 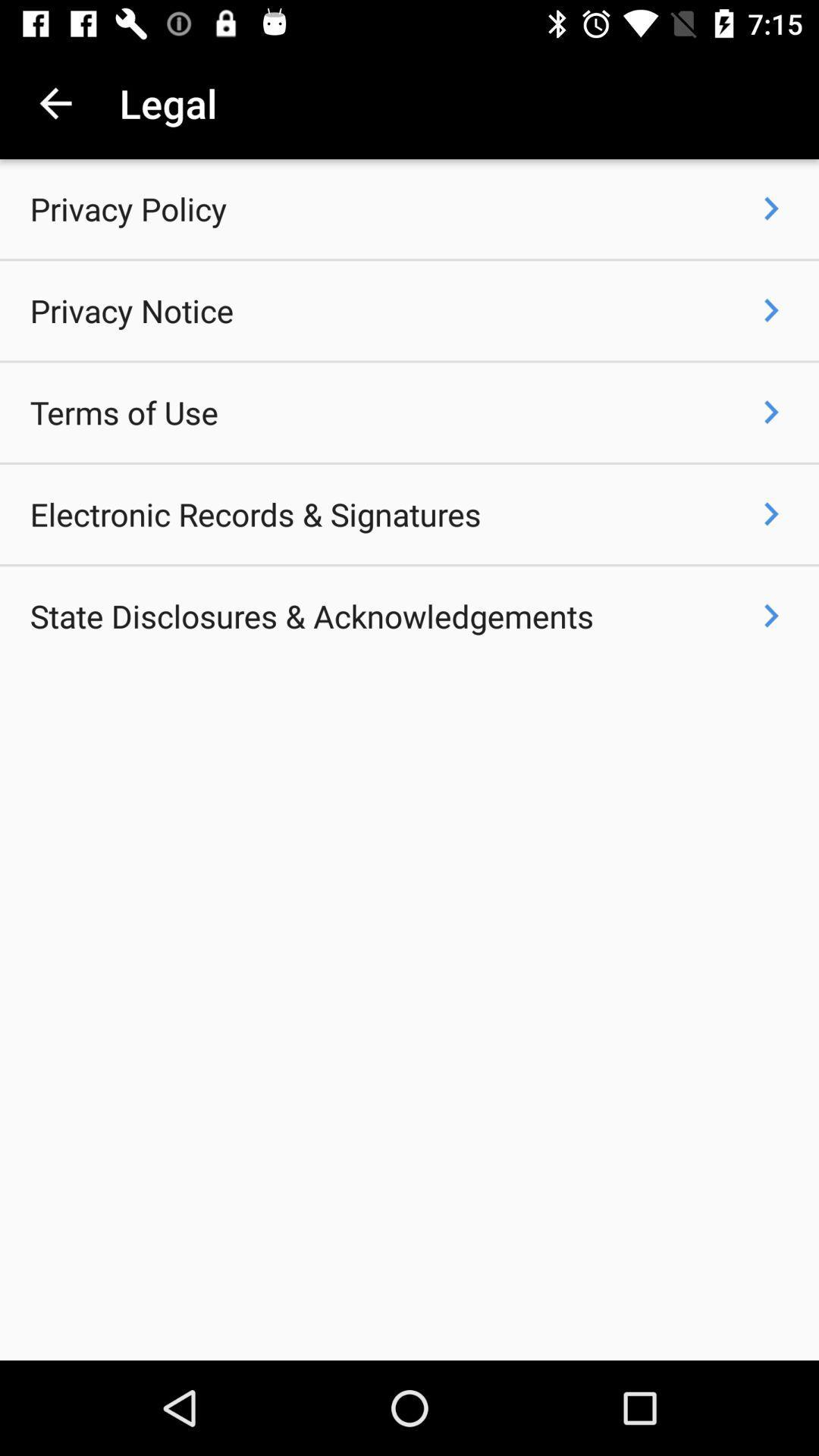 What do you see at coordinates (55, 102) in the screenshot?
I see `item above the privacy policy` at bounding box center [55, 102].